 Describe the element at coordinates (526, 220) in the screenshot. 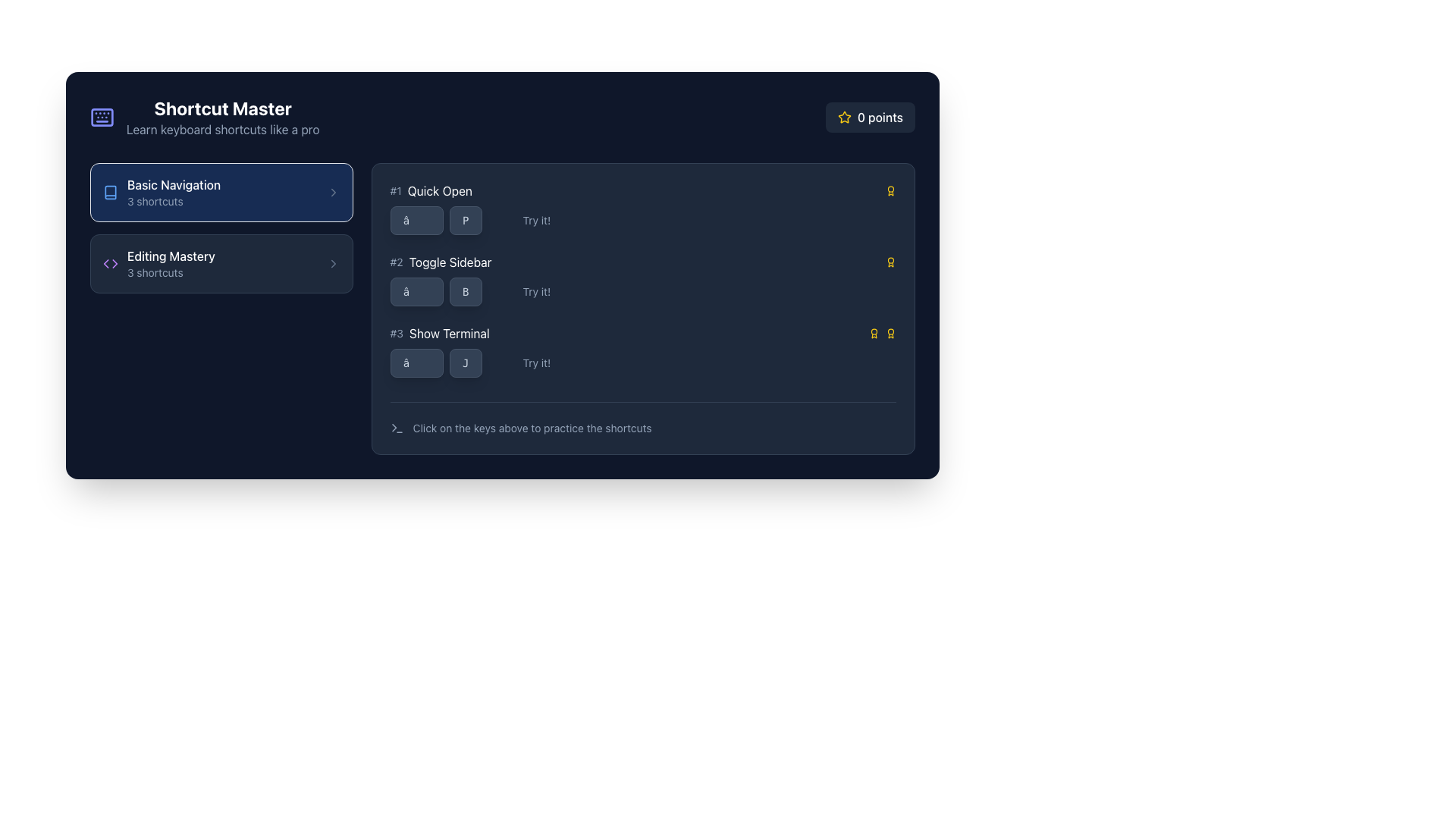

I see `the 'Try it!' button located in the 'Quick Open' section on the right-hand side of the interface` at that location.